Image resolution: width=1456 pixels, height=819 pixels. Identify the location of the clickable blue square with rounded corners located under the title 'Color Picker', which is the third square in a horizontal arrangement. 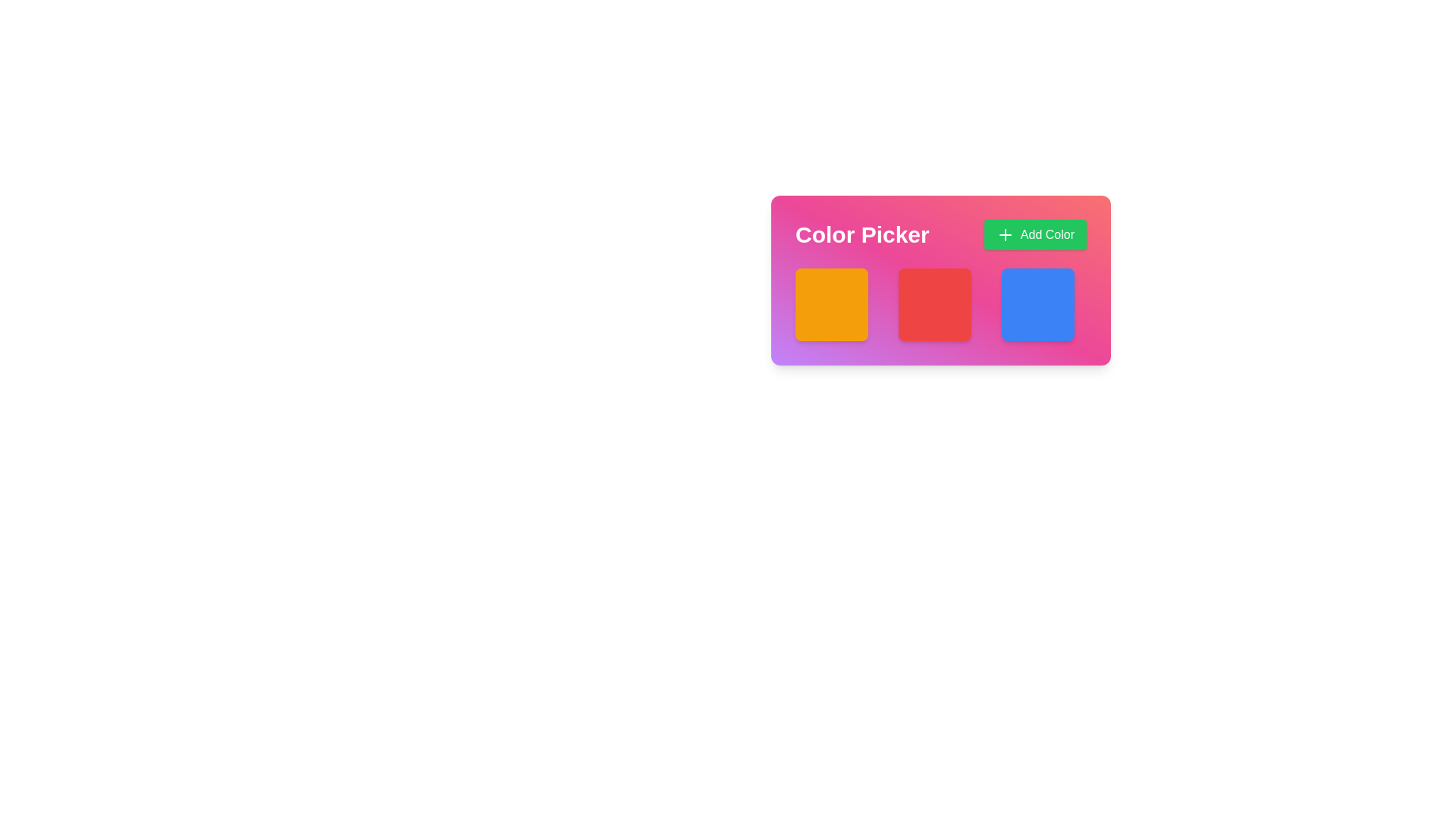
(1043, 304).